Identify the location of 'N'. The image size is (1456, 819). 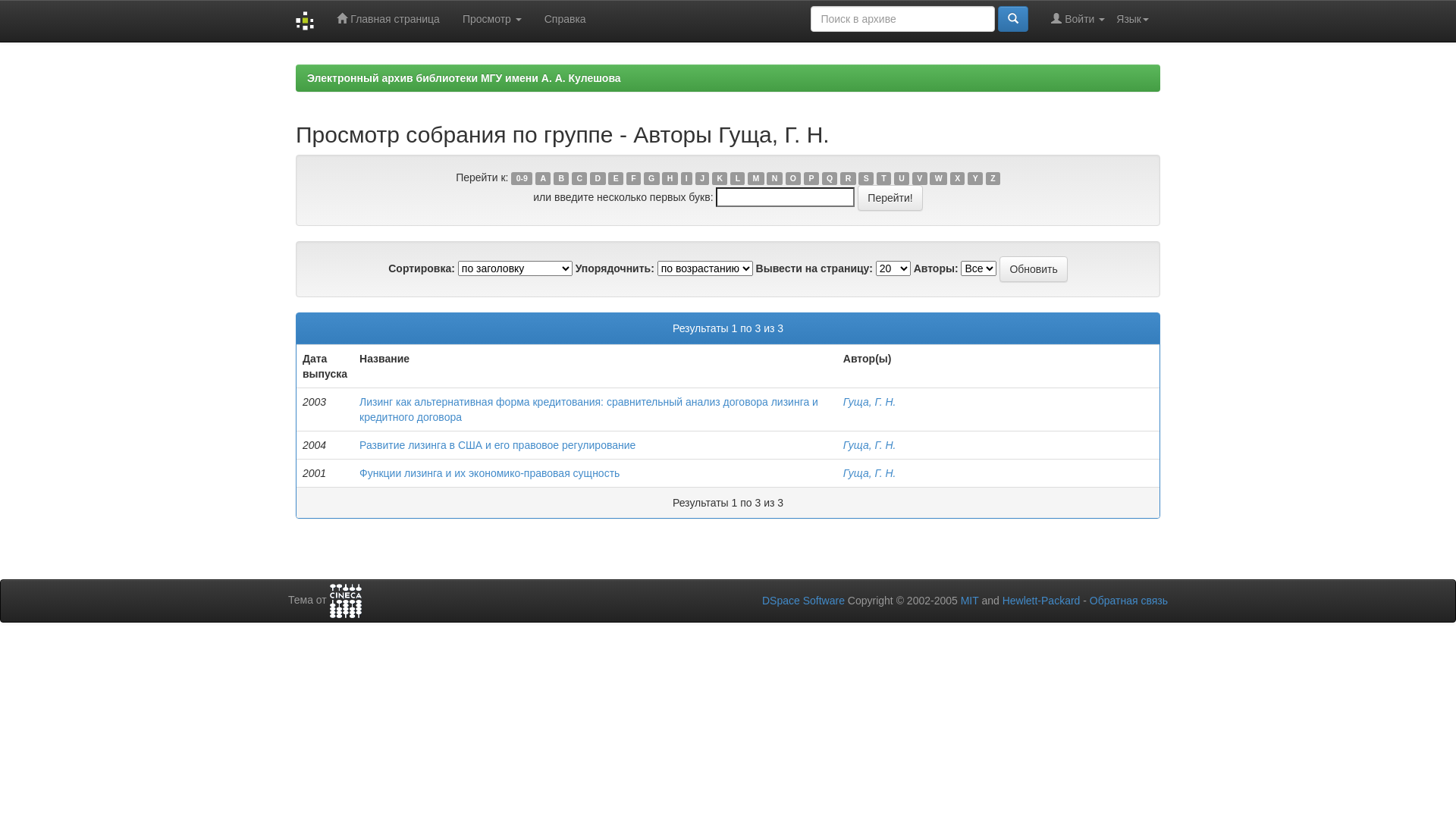
(767, 177).